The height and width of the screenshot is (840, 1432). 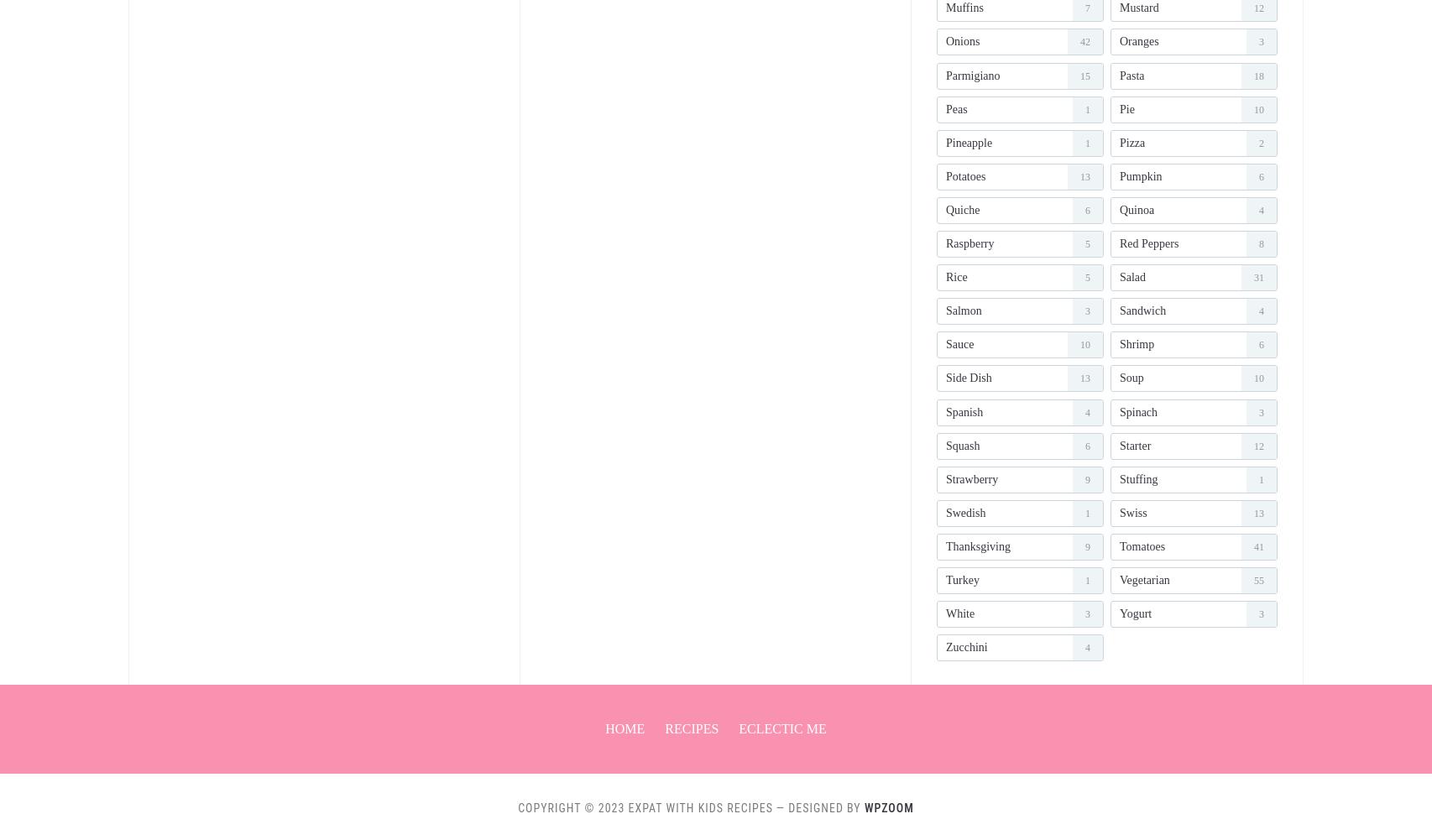 What do you see at coordinates (1083, 42) in the screenshot?
I see `'42'` at bounding box center [1083, 42].